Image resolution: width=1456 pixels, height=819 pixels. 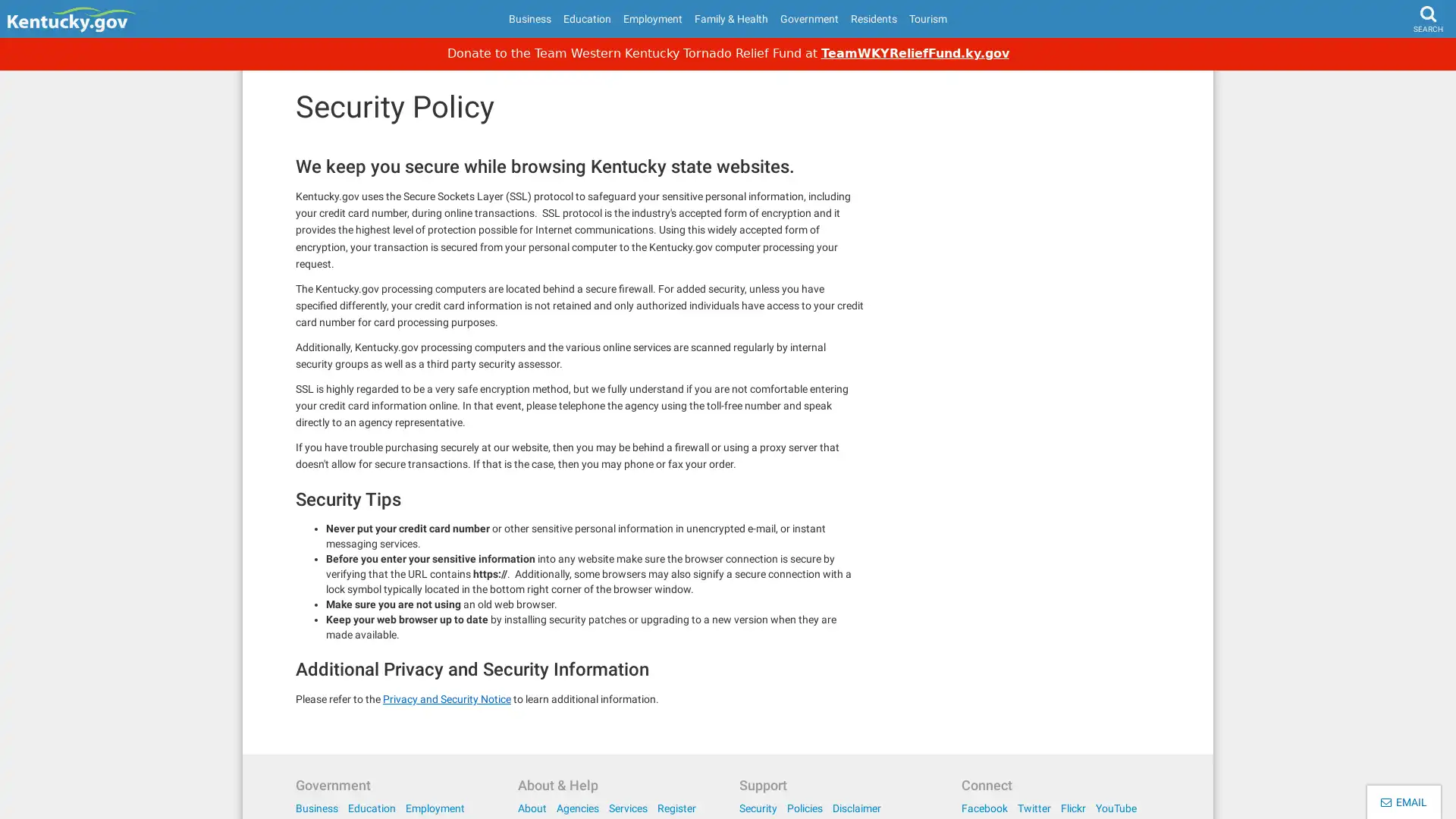 What do you see at coordinates (1399, 58) in the screenshot?
I see `Search` at bounding box center [1399, 58].